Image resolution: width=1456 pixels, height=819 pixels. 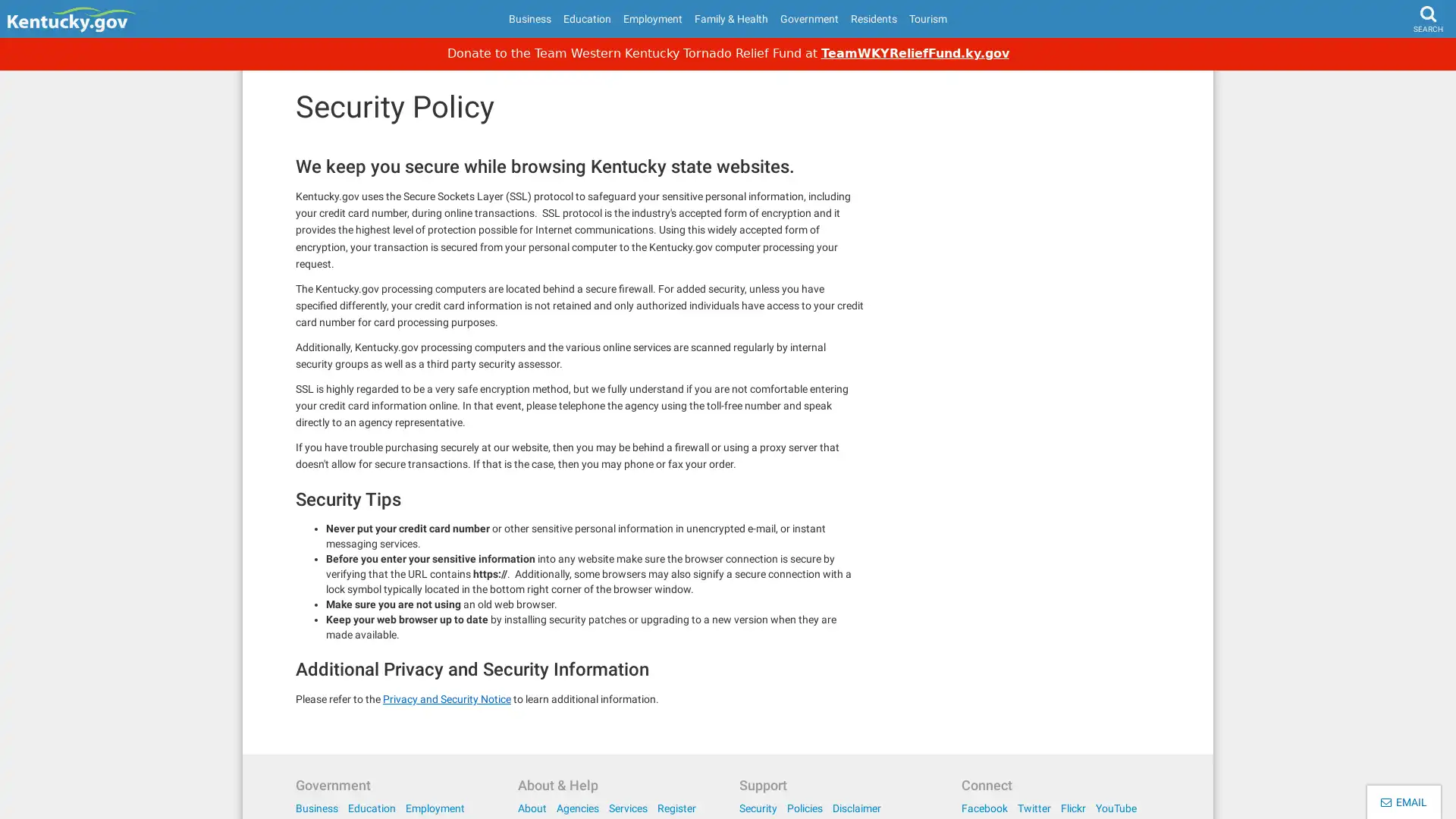 What do you see at coordinates (1399, 58) in the screenshot?
I see `Search` at bounding box center [1399, 58].